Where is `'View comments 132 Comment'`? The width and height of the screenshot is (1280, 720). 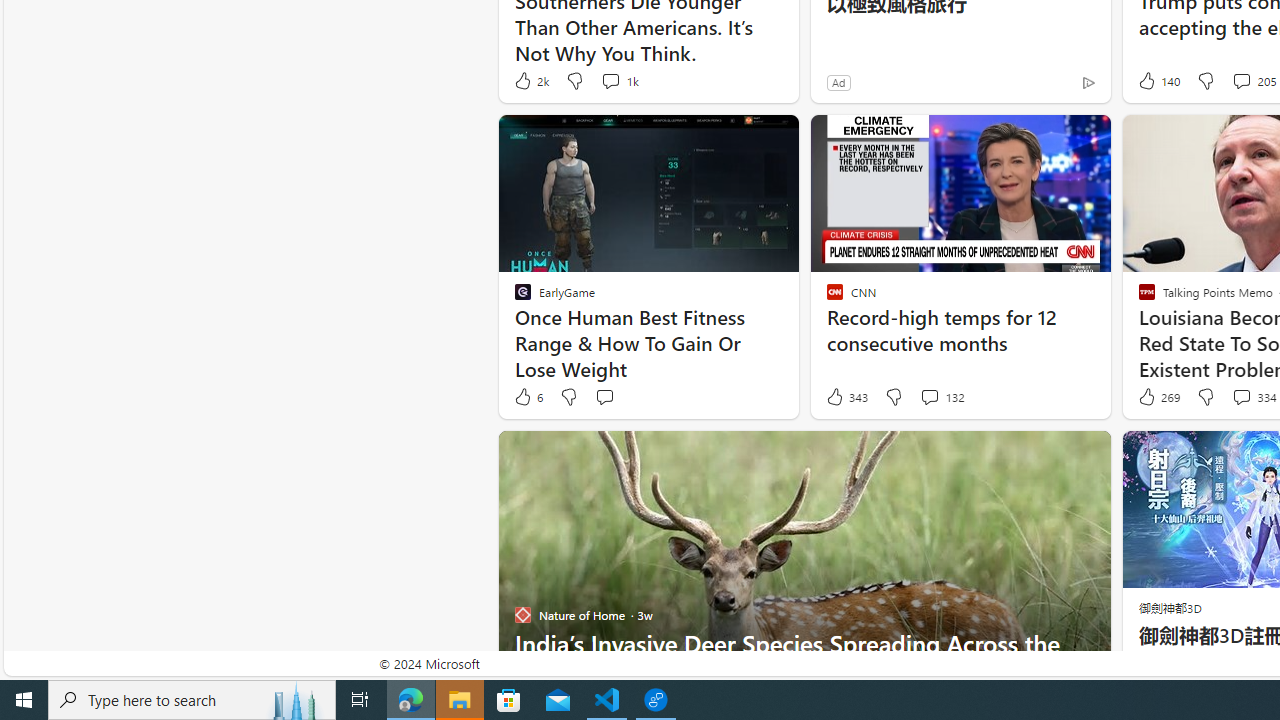 'View comments 132 Comment' is located at coordinates (928, 397).